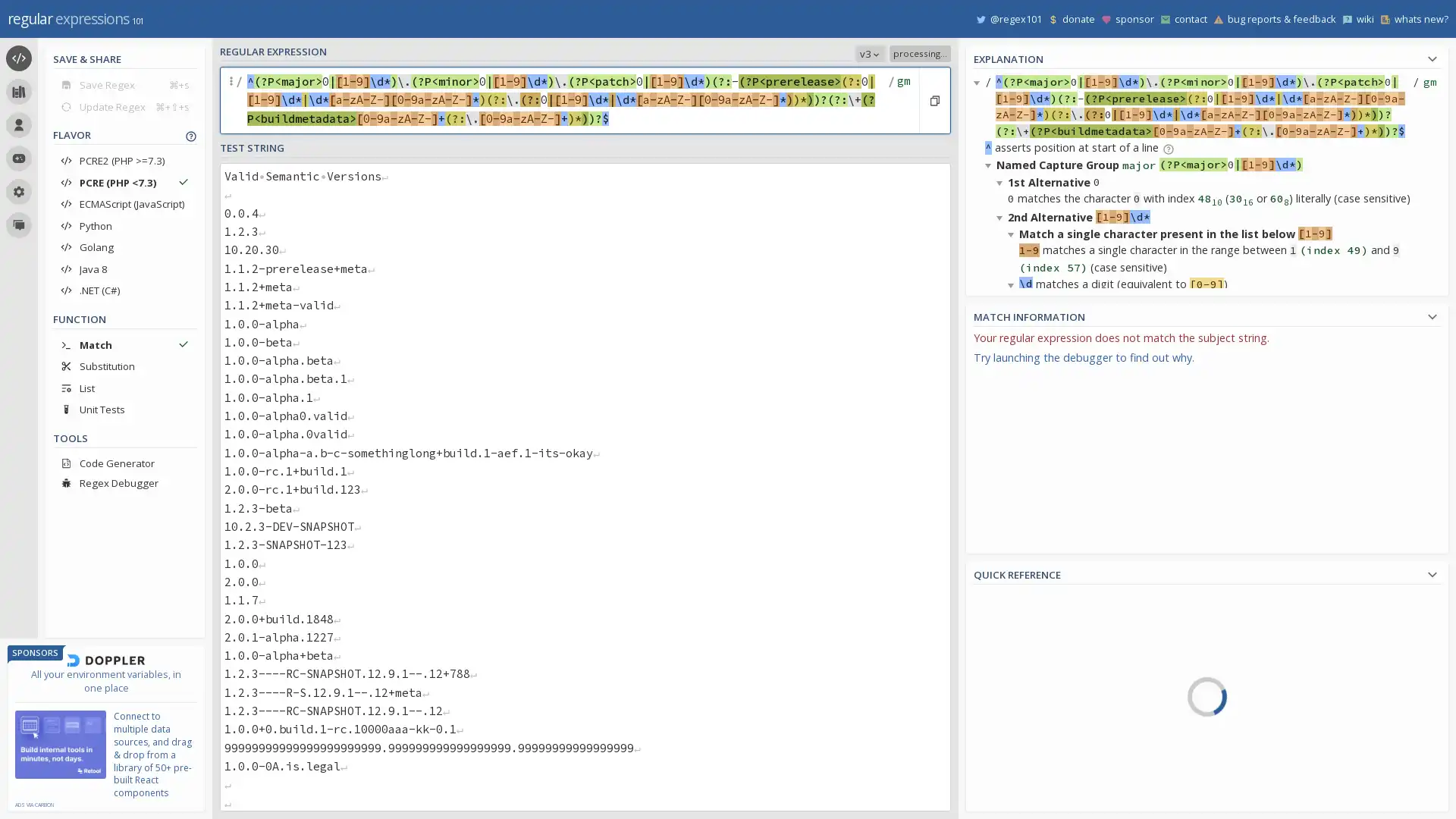 This screenshot has width=1456, height=819. I want to click on Match 2, so click(1014, 472).